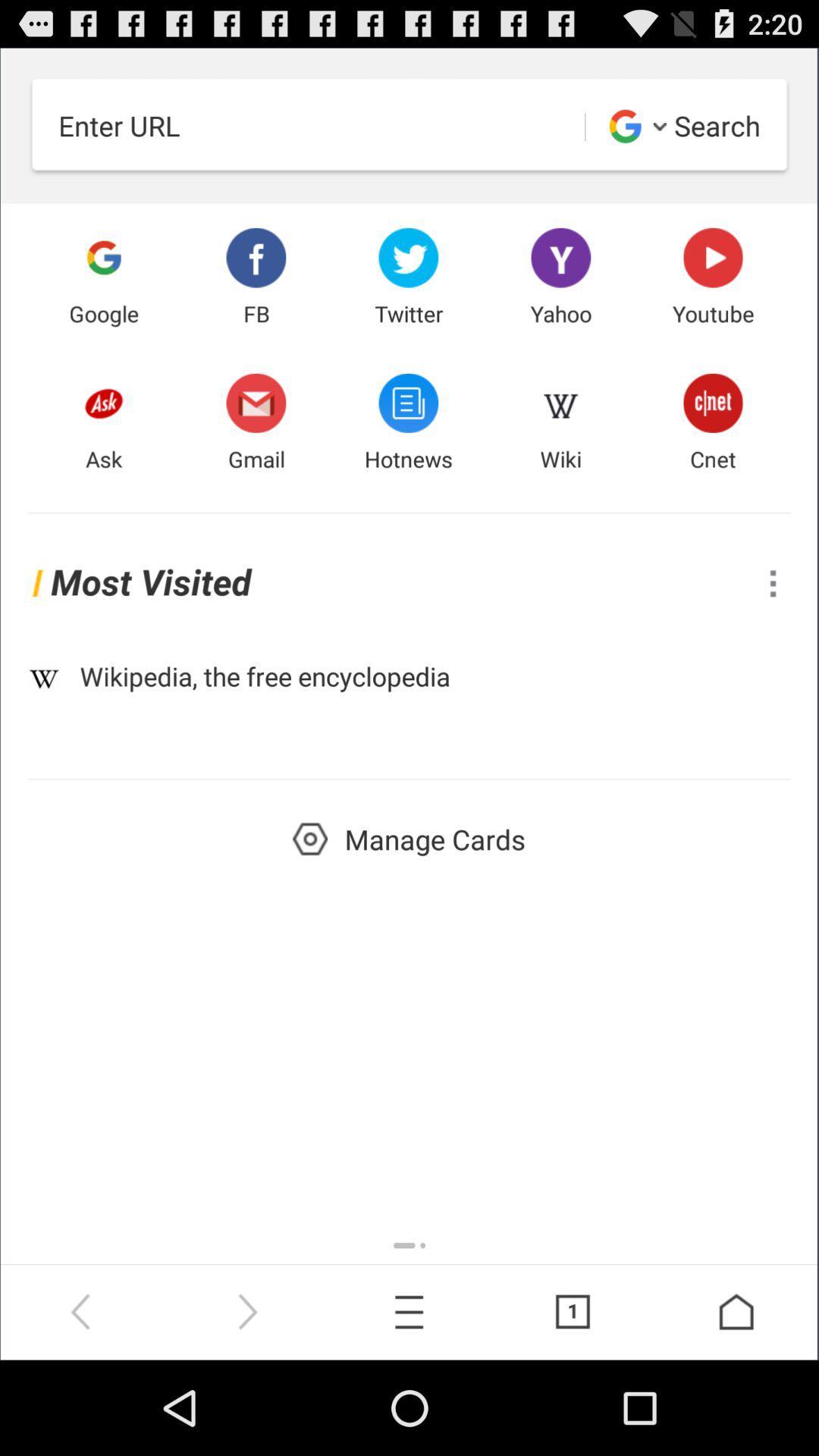 Image resolution: width=819 pixels, height=1456 pixels. What do you see at coordinates (773, 624) in the screenshot?
I see `the more icon` at bounding box center [773, 624].